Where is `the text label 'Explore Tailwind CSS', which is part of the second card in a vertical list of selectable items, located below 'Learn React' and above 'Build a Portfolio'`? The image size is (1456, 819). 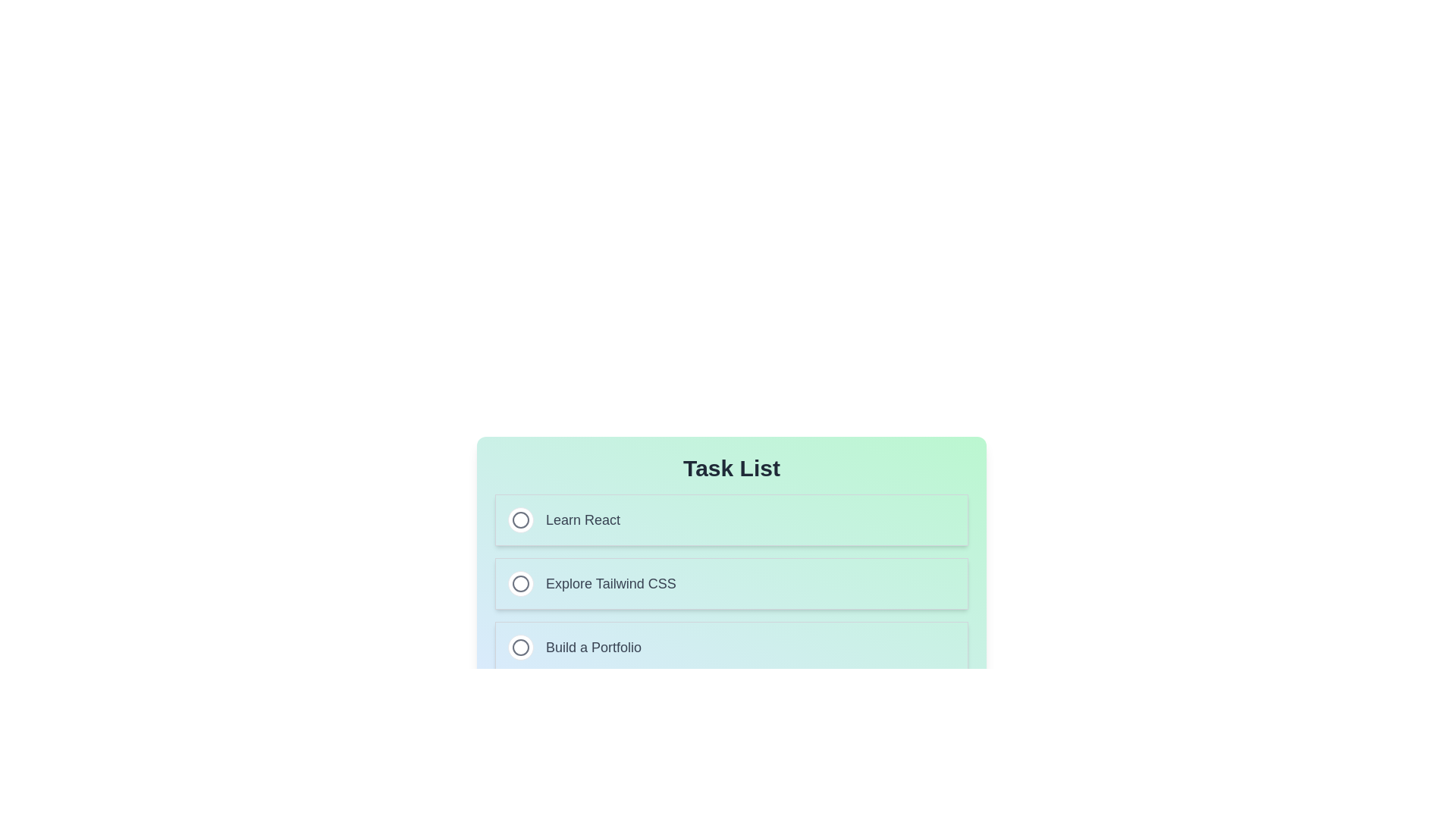
the text label 'Explore Tailwind CSS', which is part of the second card in a vertical list of selectable items, located below 'Learn React' and above 'Build a Portfolio' is located at coordinates (610, 583).